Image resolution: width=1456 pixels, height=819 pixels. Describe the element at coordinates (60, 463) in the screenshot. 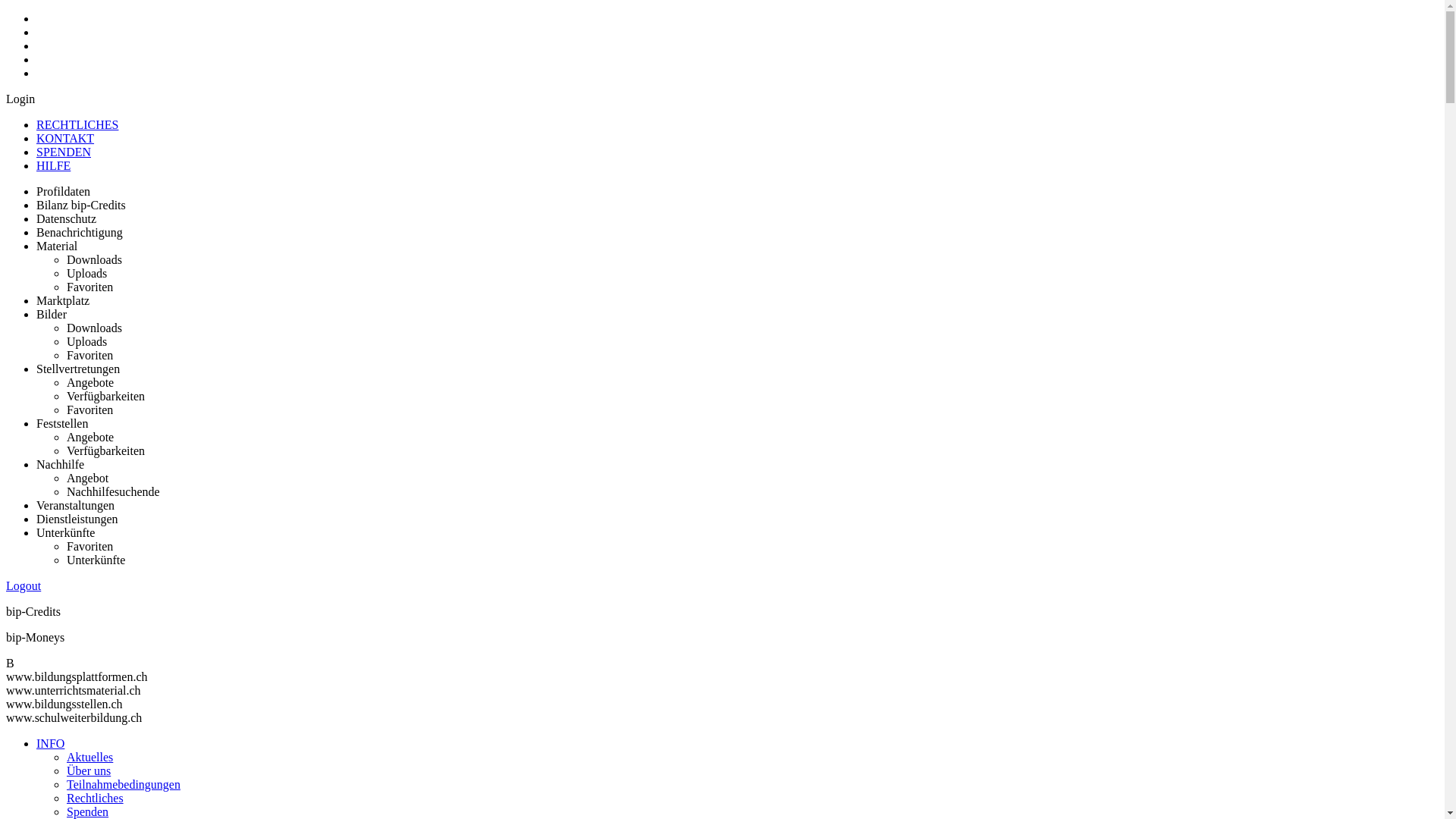

I see `'Nachhilfe'` at that location.